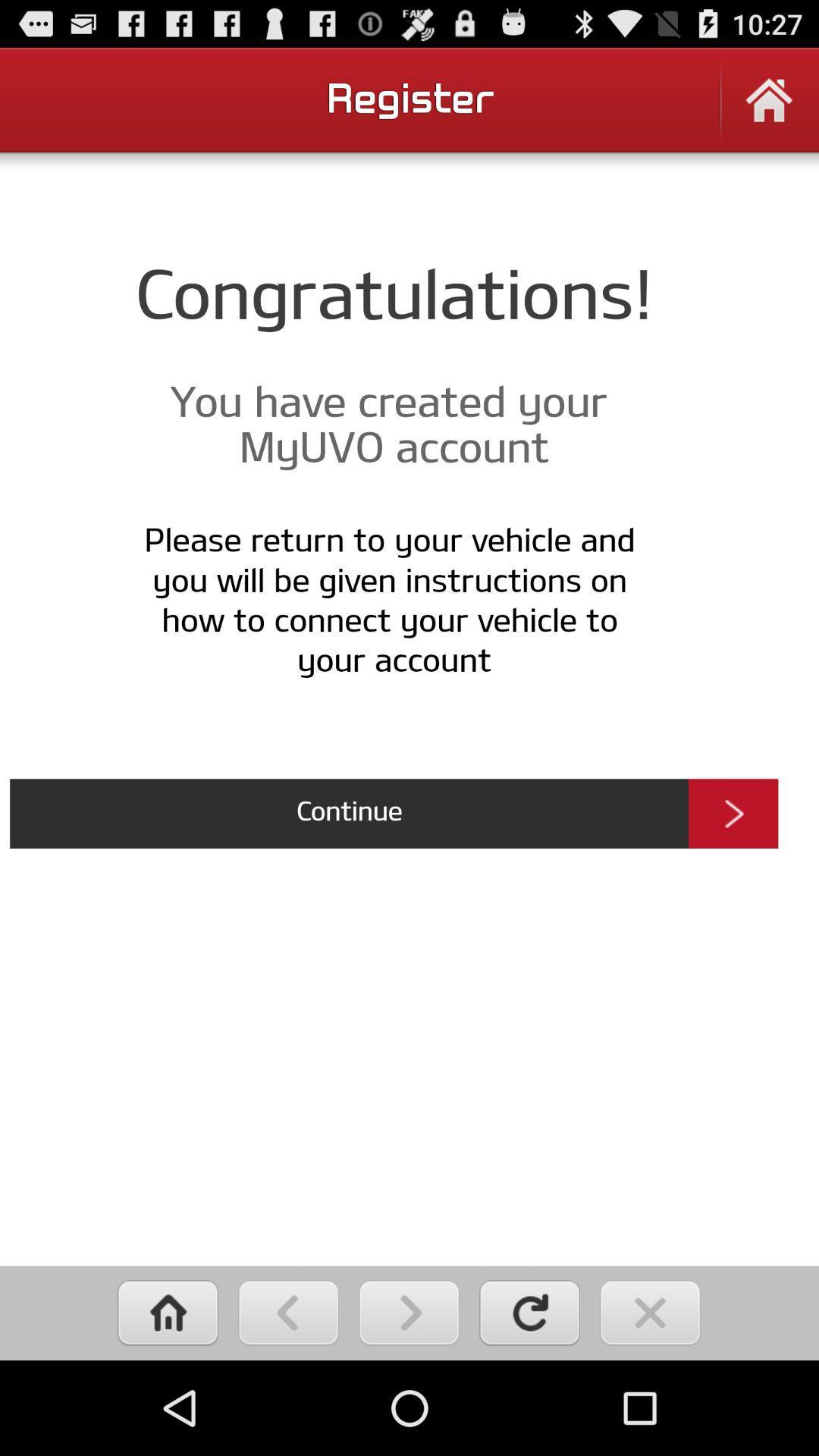 The image size is (819, 1456). I want to click on home screen, so click(769, 109).